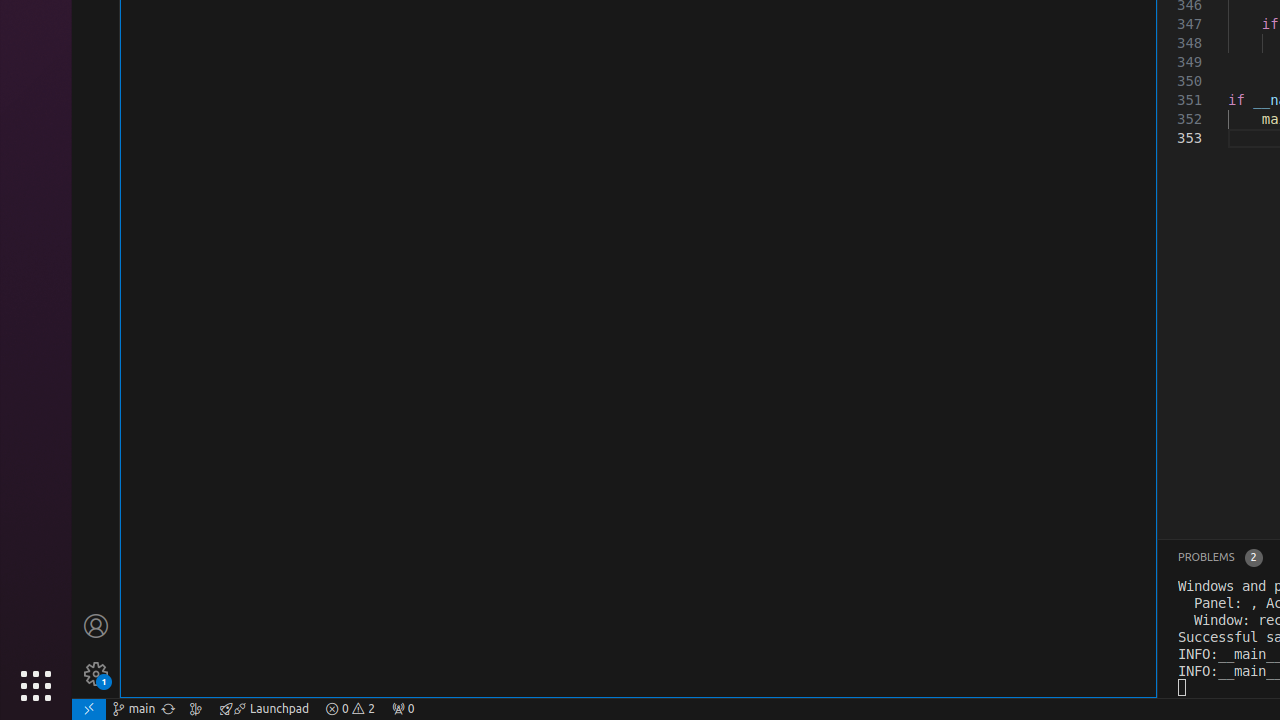  I want to click on 'Accounts', so click(95, 624).